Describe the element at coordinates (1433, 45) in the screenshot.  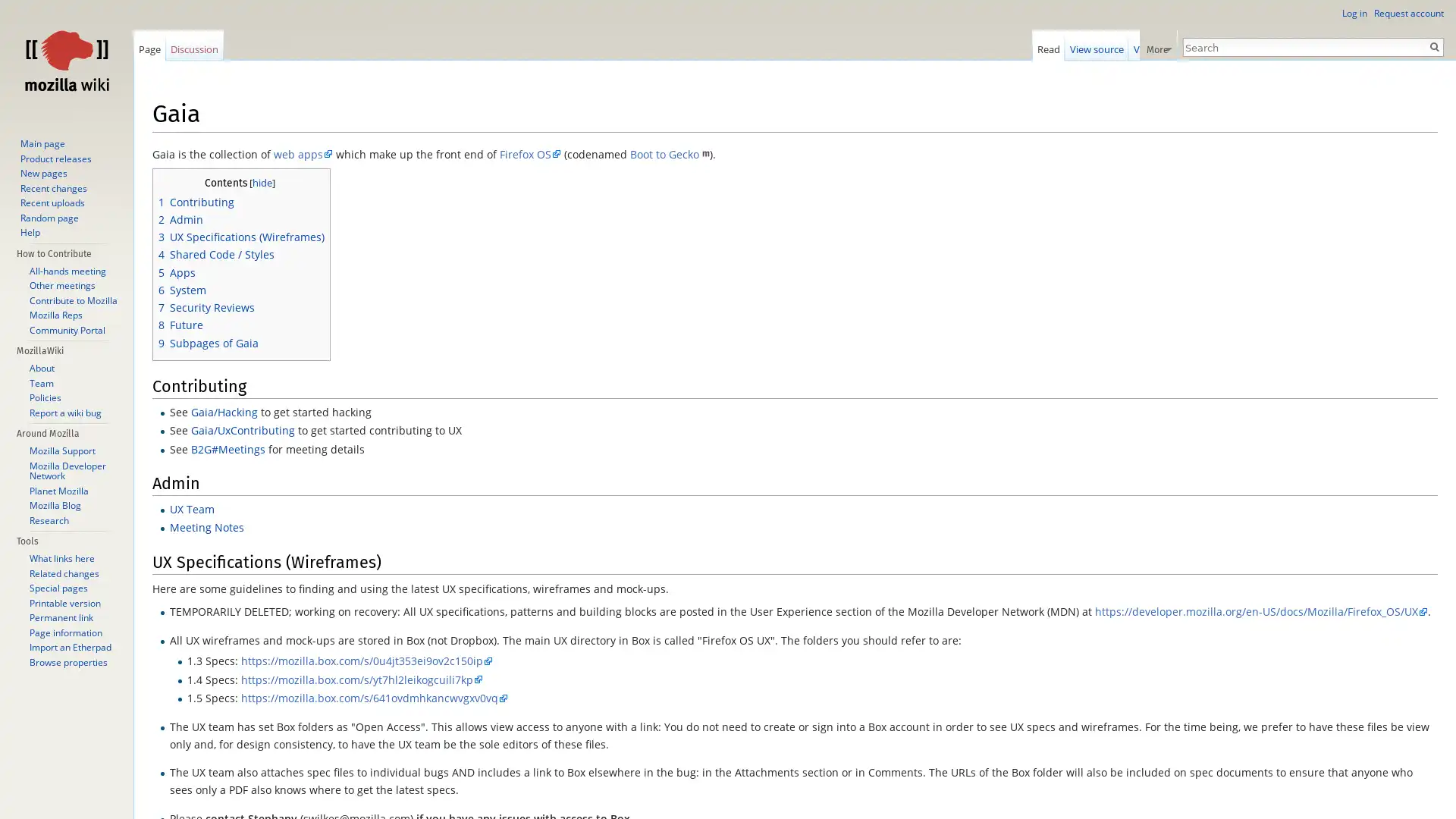
I see `Go` at that location.